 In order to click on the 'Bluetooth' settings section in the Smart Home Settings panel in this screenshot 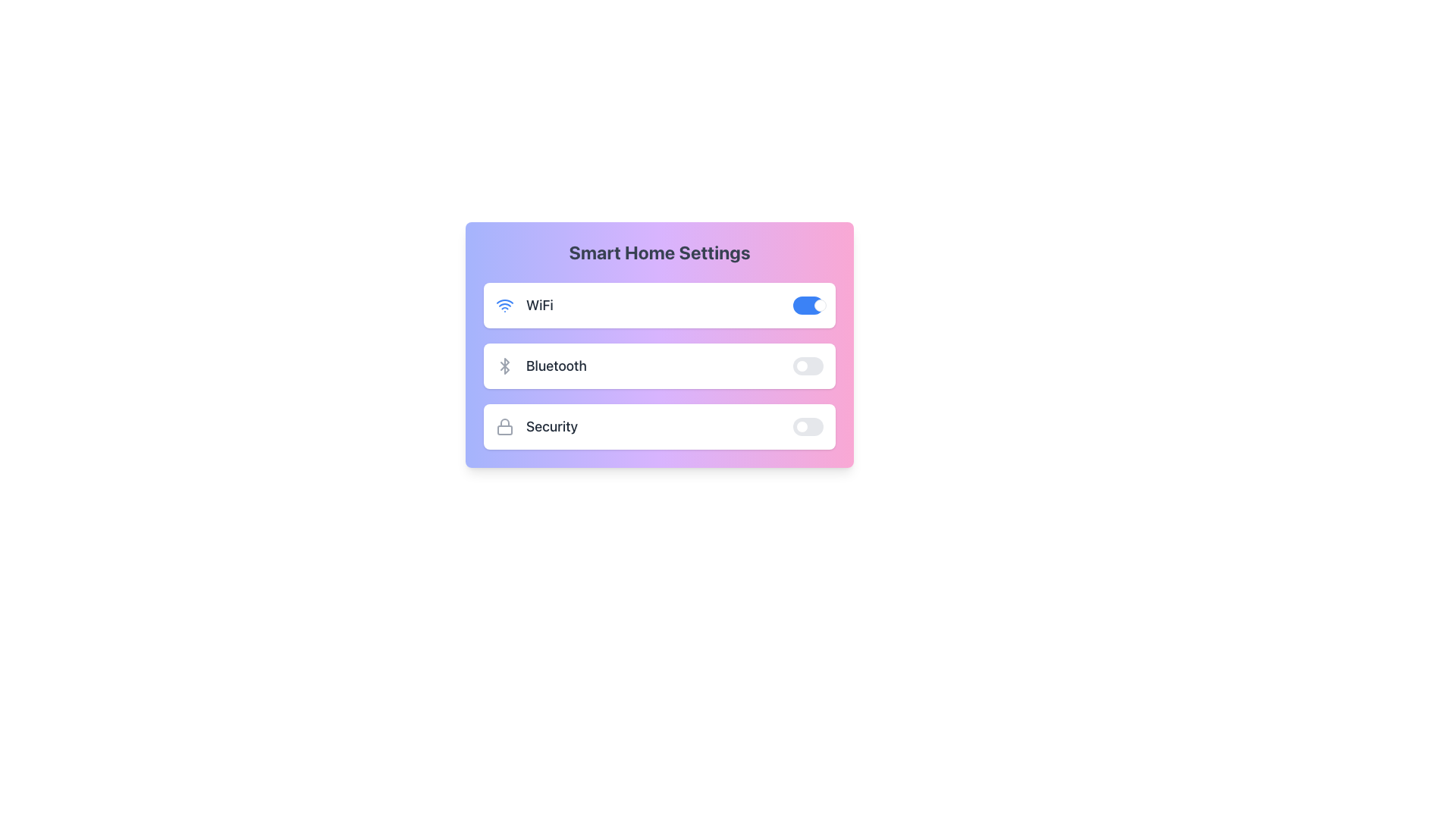, I will do `click(659, 366)`.